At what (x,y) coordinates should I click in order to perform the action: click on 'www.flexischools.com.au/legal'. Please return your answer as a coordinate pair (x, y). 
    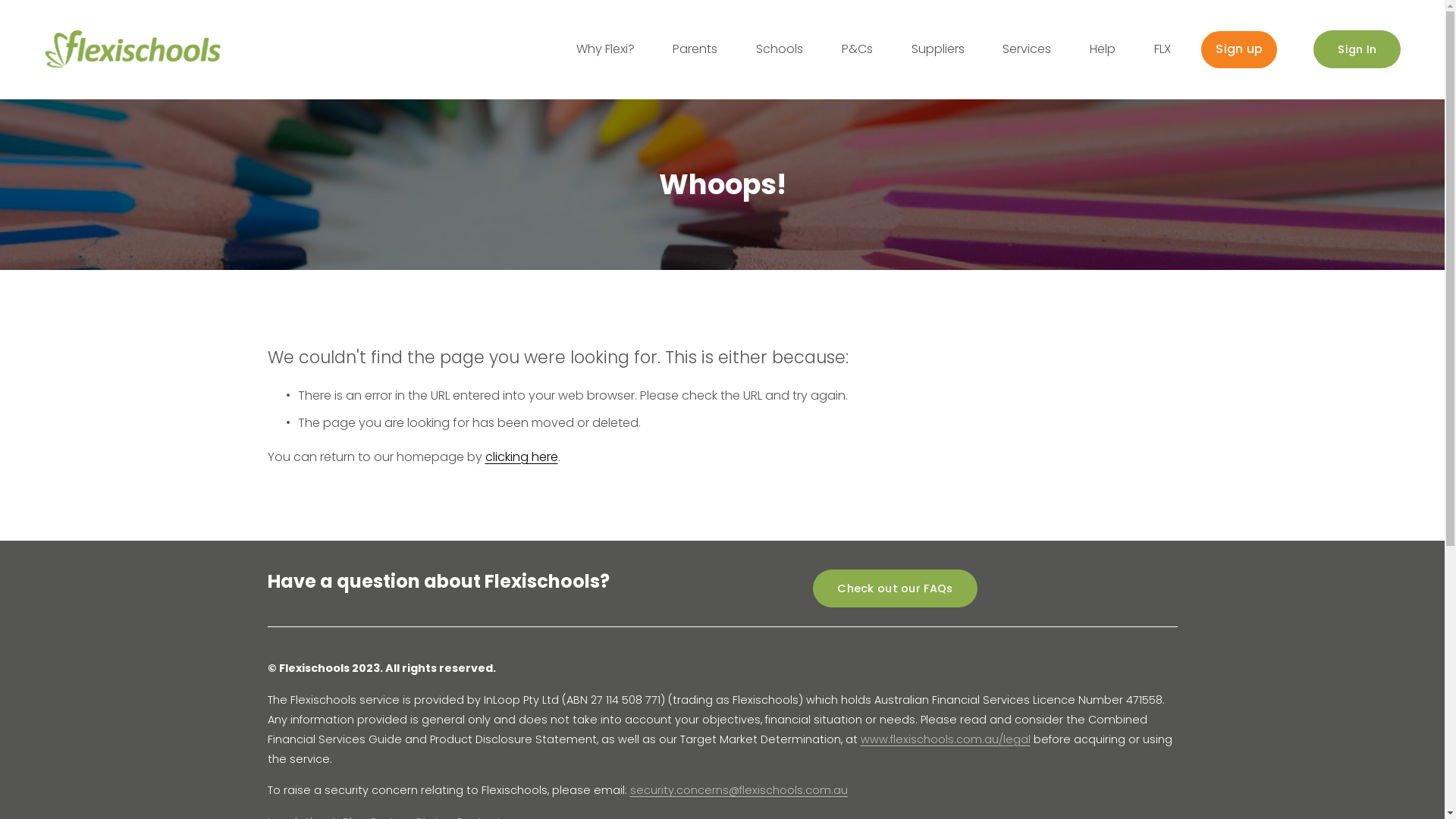
    Looking at the image, I should click on (944, 739).